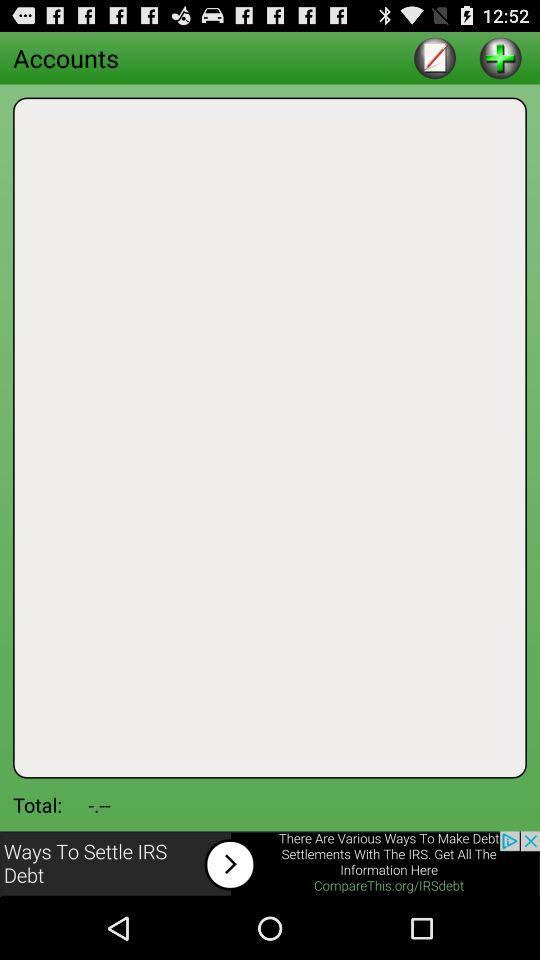  I want to click on new account, so click(499, 56).